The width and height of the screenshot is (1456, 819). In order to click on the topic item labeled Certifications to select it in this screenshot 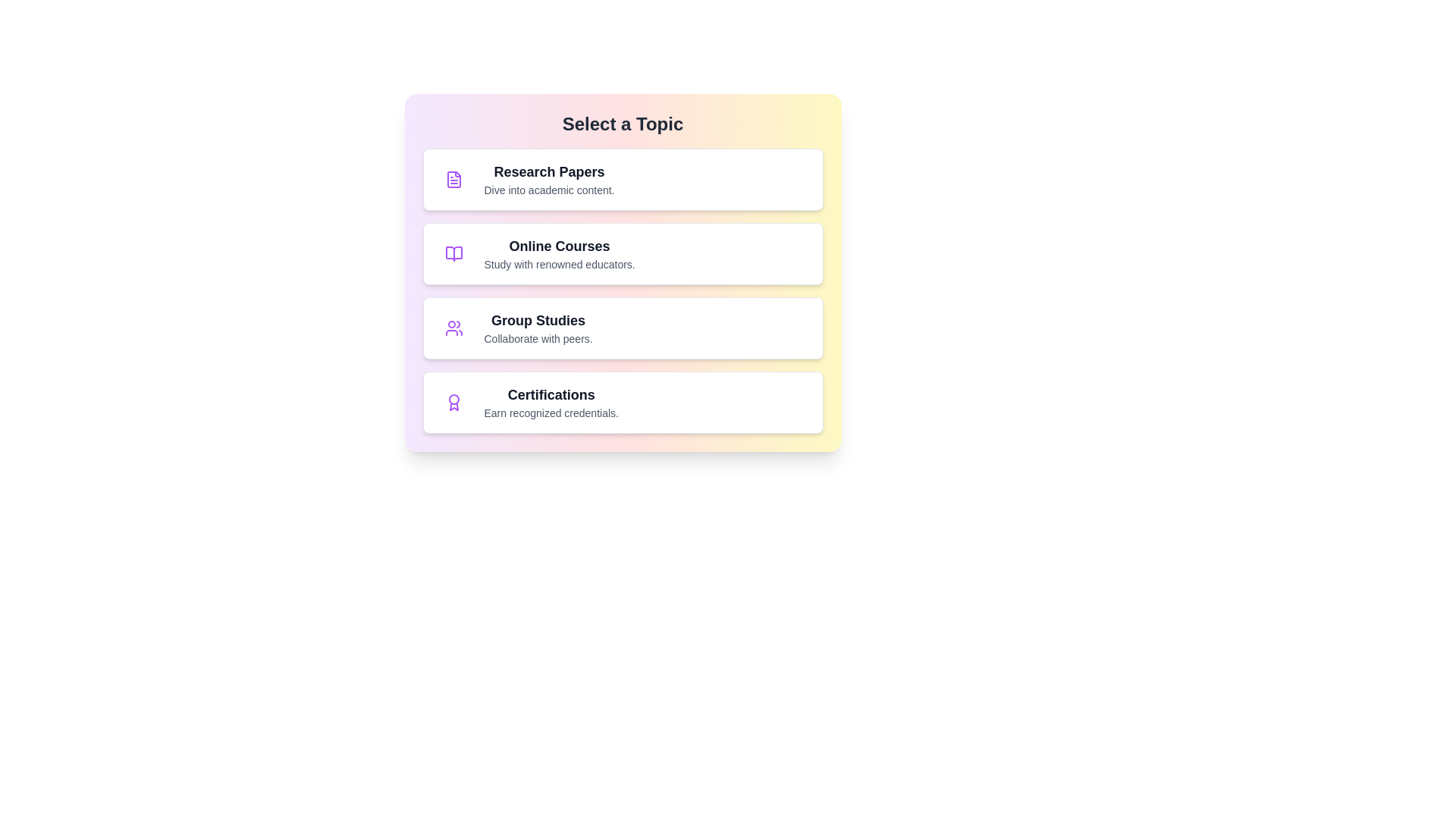, I will do `click(623, 402)`.